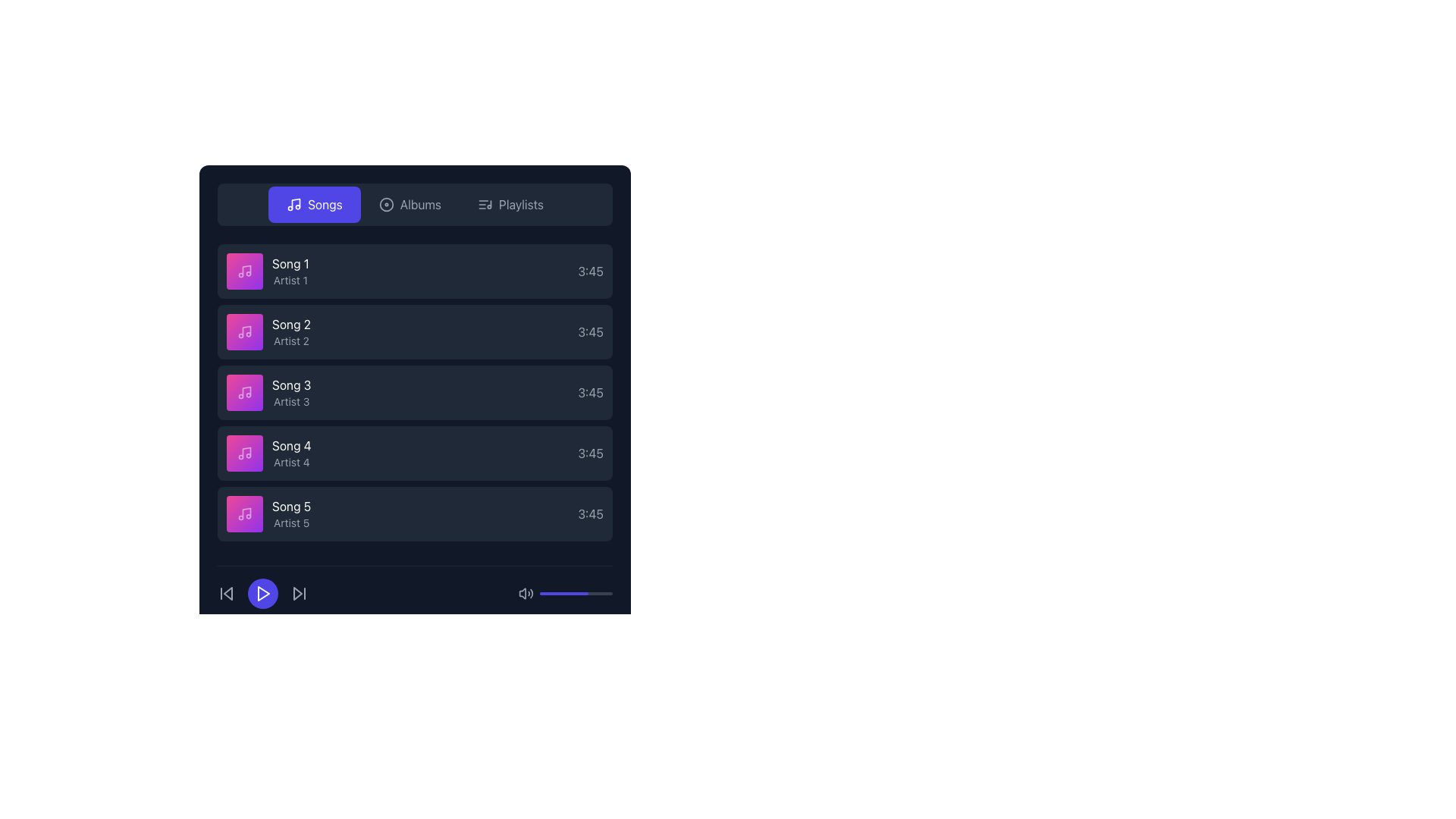  What do you see at coordinates (244, 513) in the screenshot?
I see `the graphic icon representing 'Song 5' in the song list, located in the left section of the fifth list item` at bounding box center [244, 513].